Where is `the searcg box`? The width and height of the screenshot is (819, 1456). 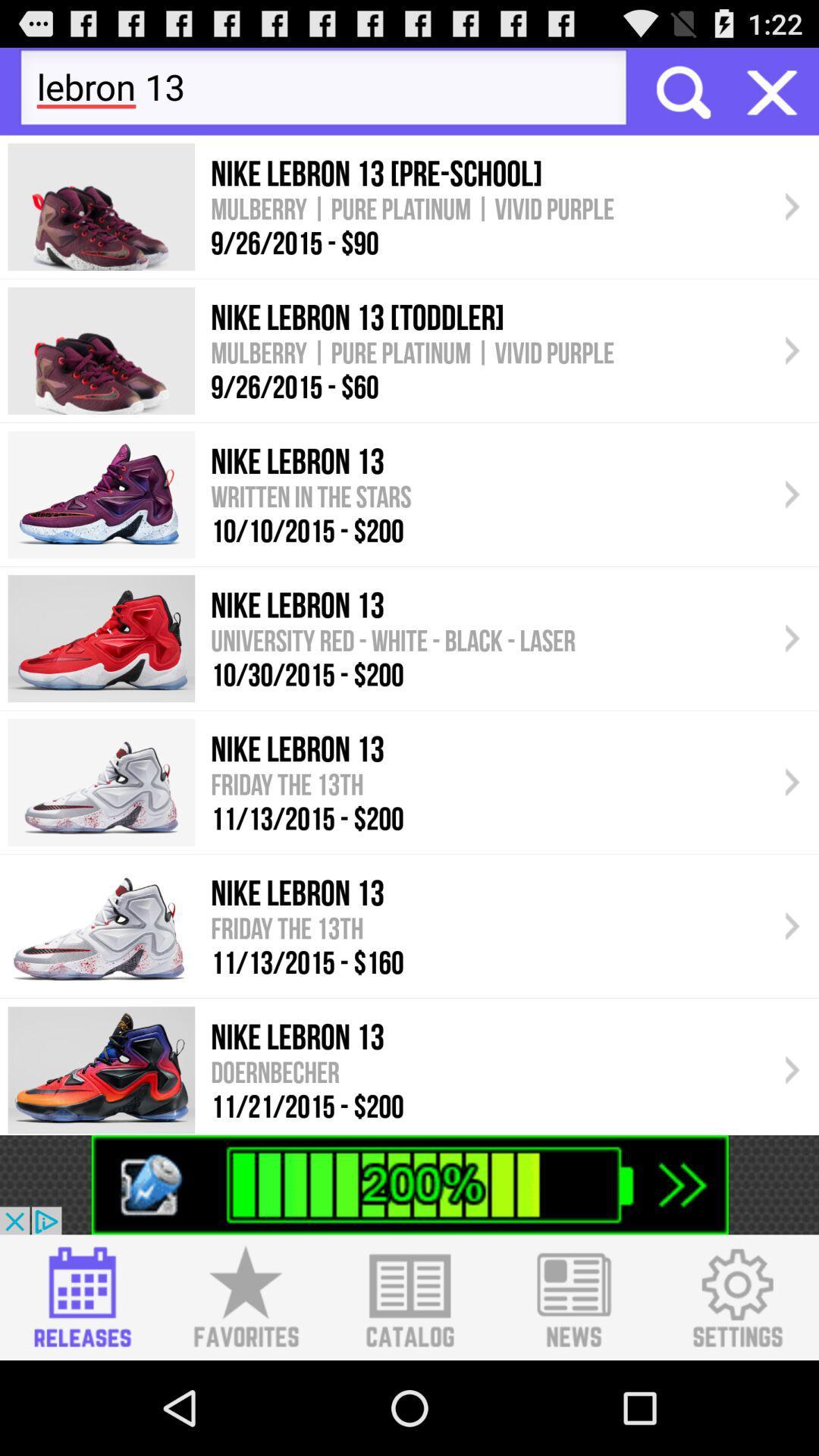
the searcg box is located at coordinates (681, 90).